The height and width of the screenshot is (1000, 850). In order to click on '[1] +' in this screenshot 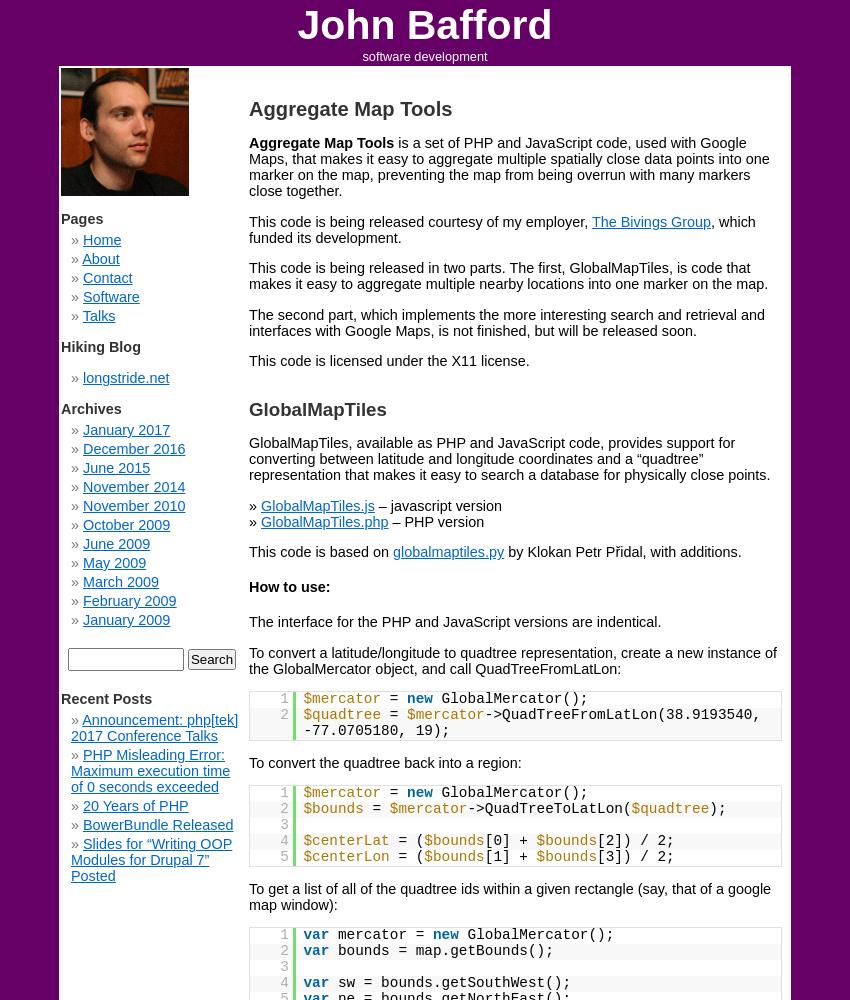, I will do `click(510, 855)`.